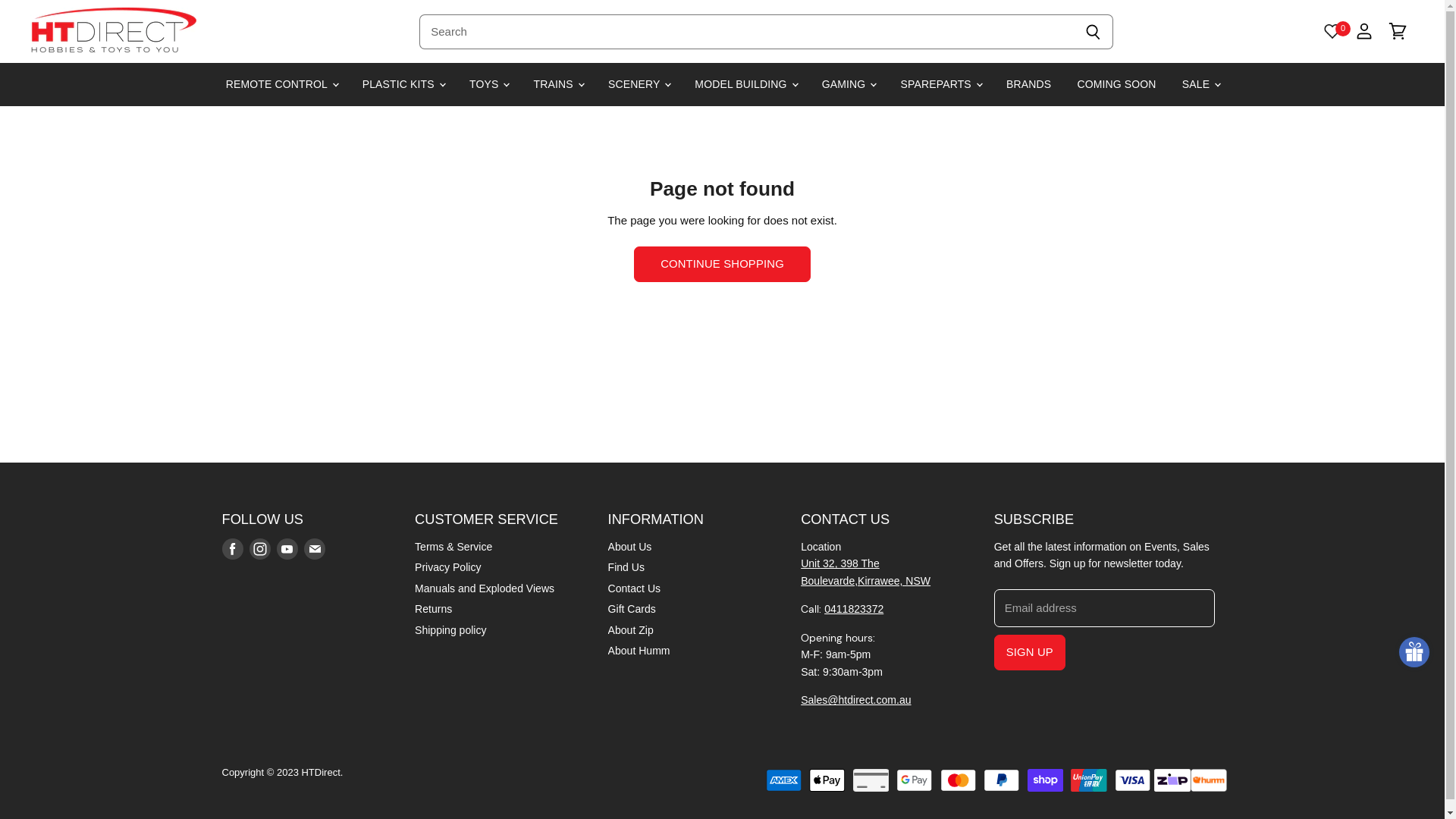  I want to click on 'TOYS', so click(488, 84).